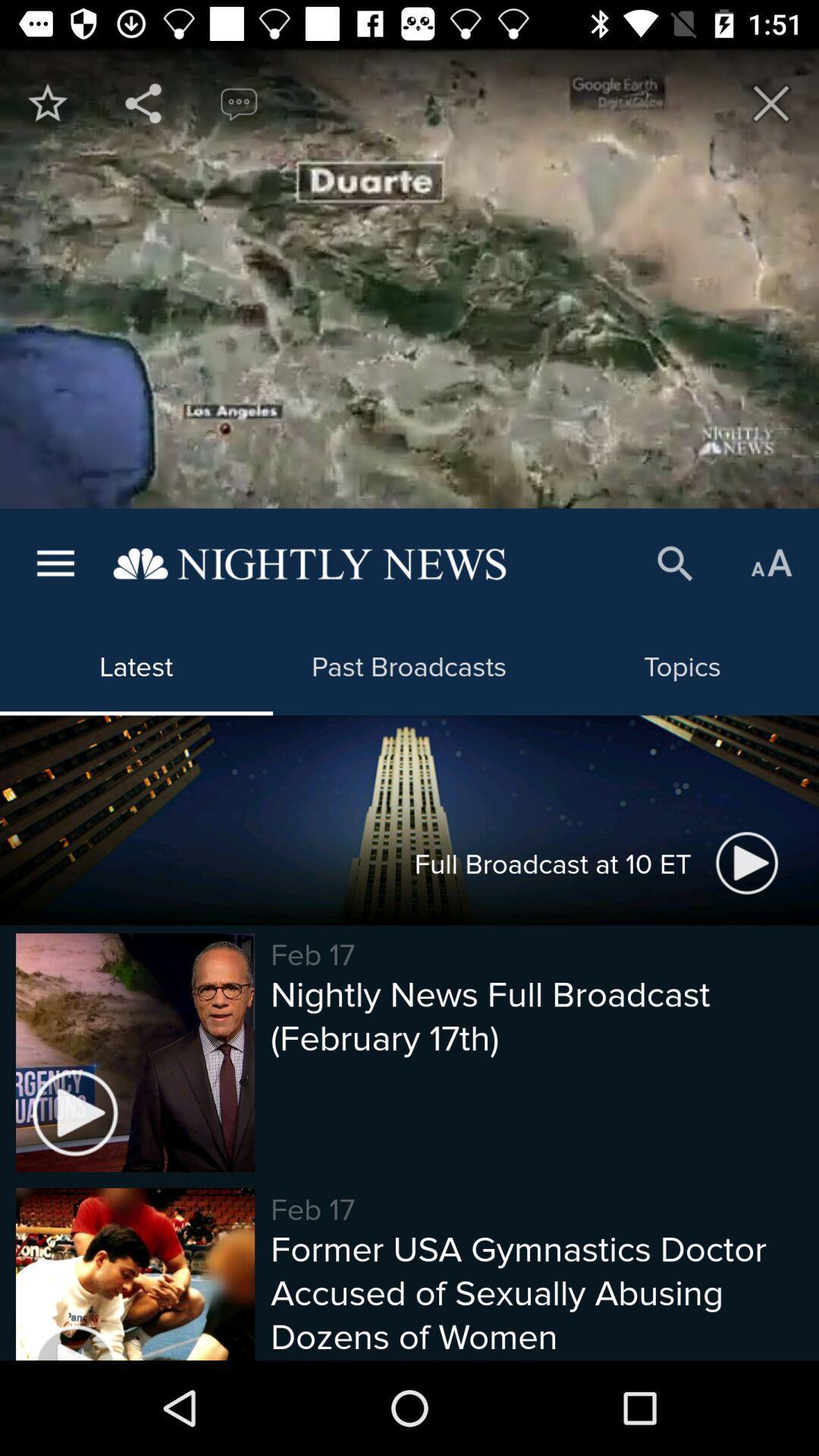  I want to click on close, so click(771, 102).